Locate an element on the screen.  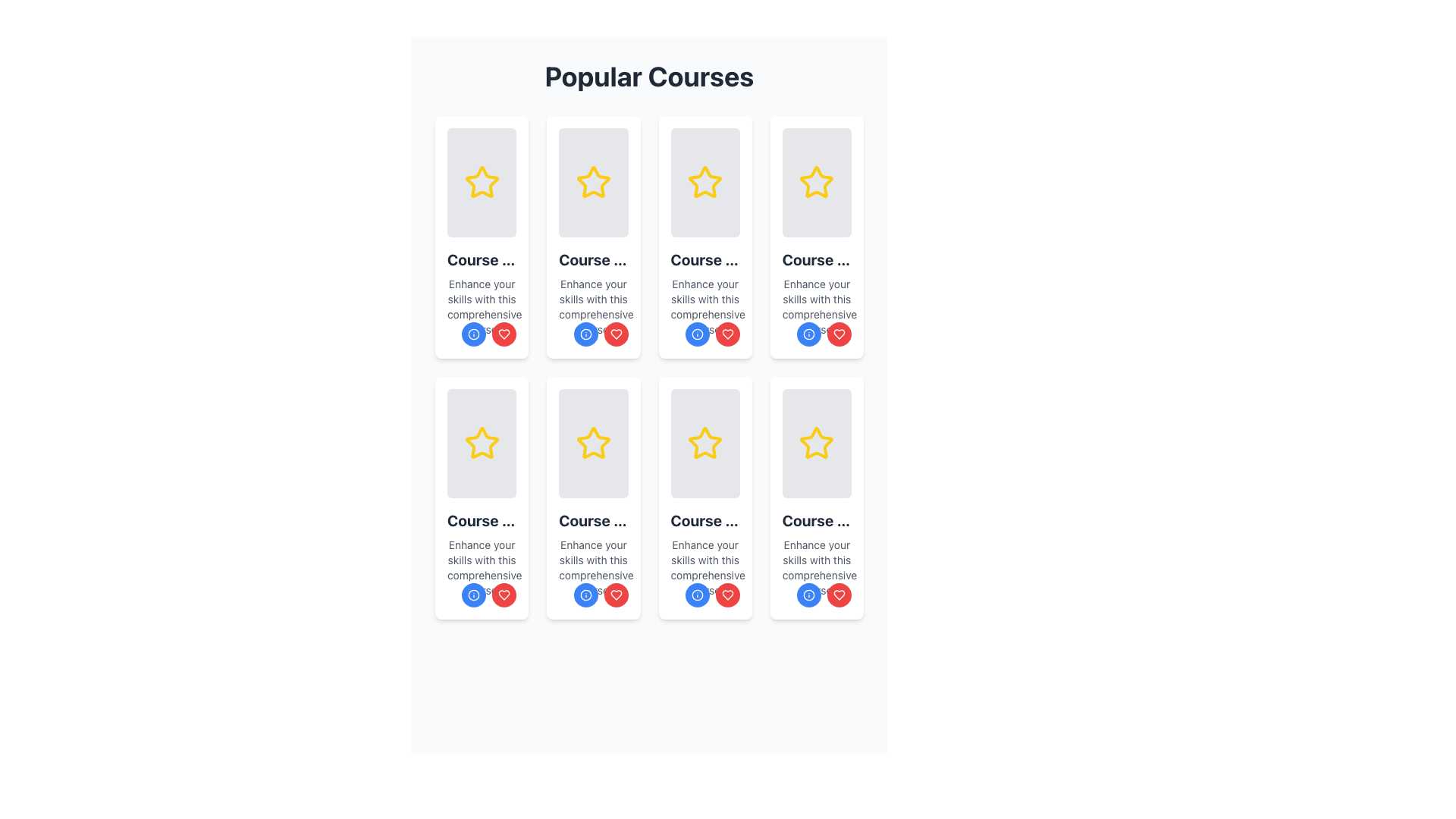
the star icon located in the third column of the first row of course cards, which is positioned below the 'Popular Courses' heading is located at coordinates (704, 181).